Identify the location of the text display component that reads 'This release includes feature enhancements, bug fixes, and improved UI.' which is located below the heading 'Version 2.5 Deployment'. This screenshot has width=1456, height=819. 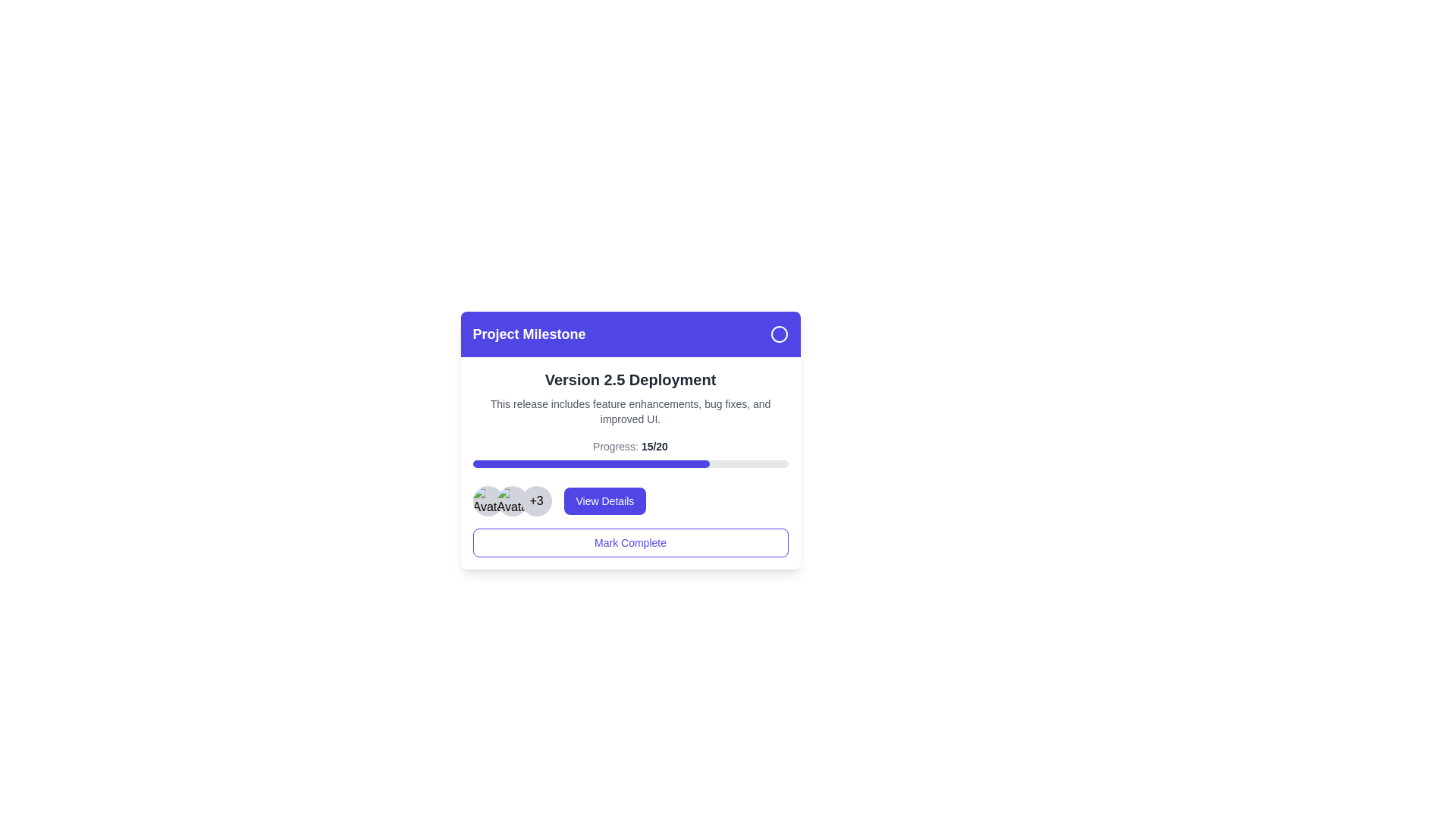
(630, 412).